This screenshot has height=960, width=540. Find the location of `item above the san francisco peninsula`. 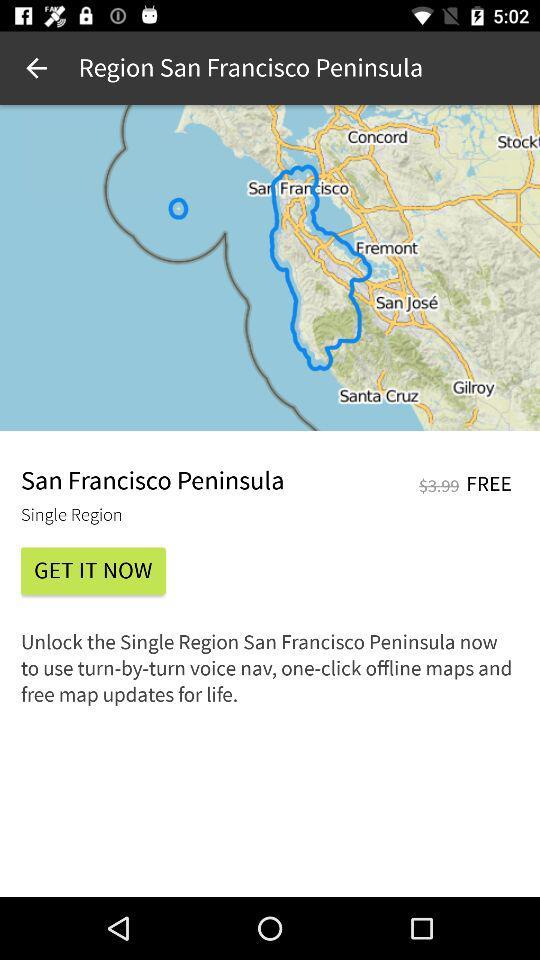

item above the san francisco peninsula is located at coordinates (270, 267).